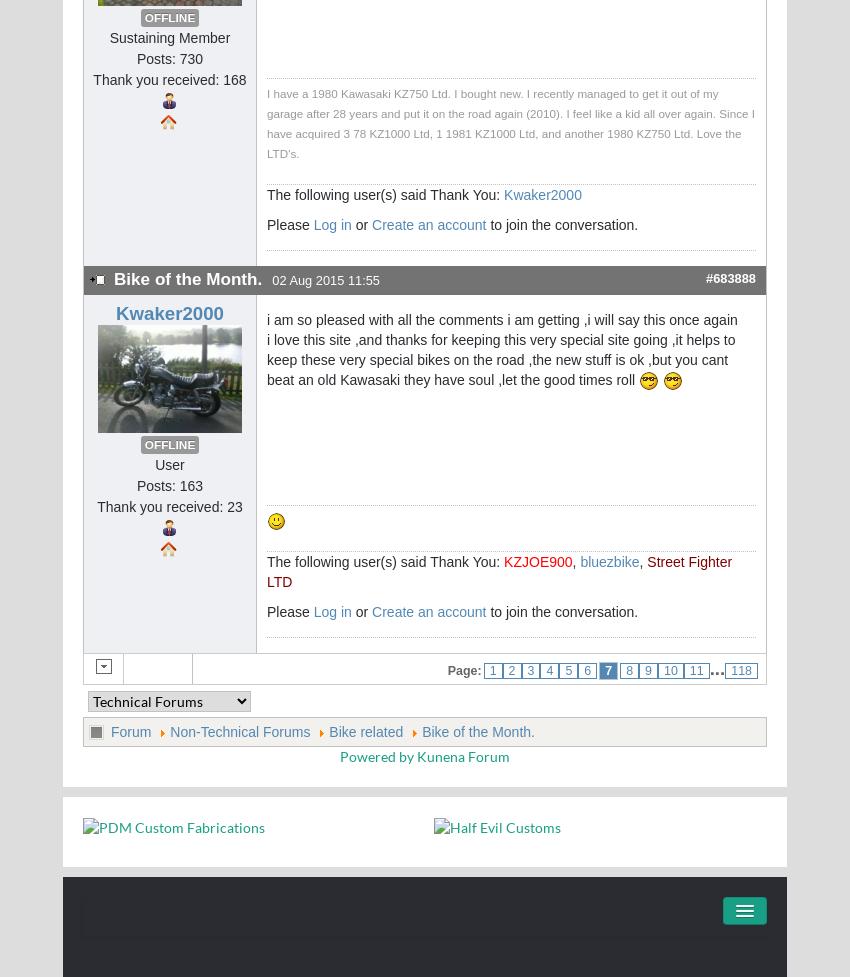  Describe the element at coordinates (499, 571) in the screenshot. I see `'Street Fighter LTD'` at that location.